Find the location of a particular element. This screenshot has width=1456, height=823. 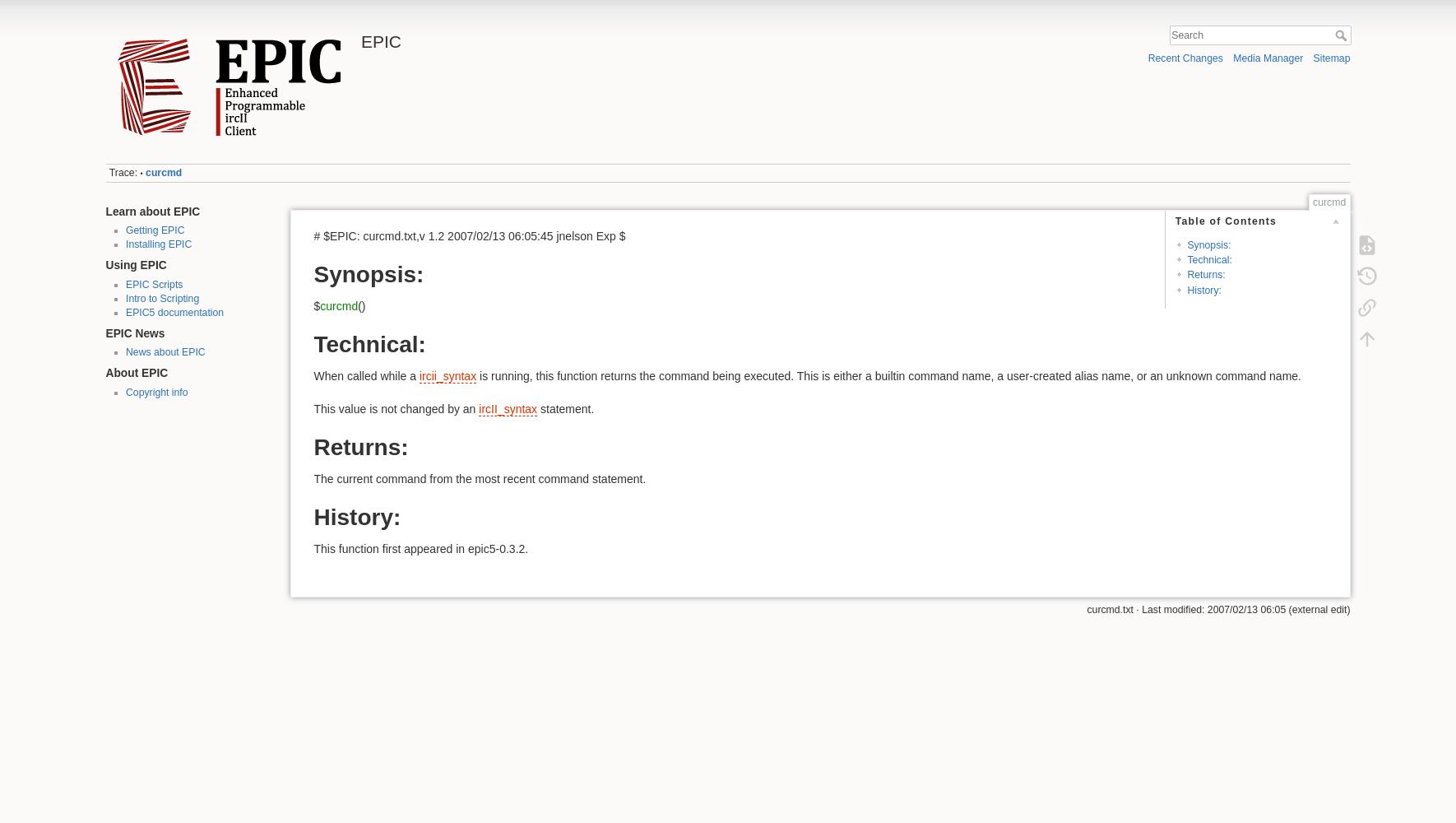

'Table of Contents' is located at coordinates (1224, 221).